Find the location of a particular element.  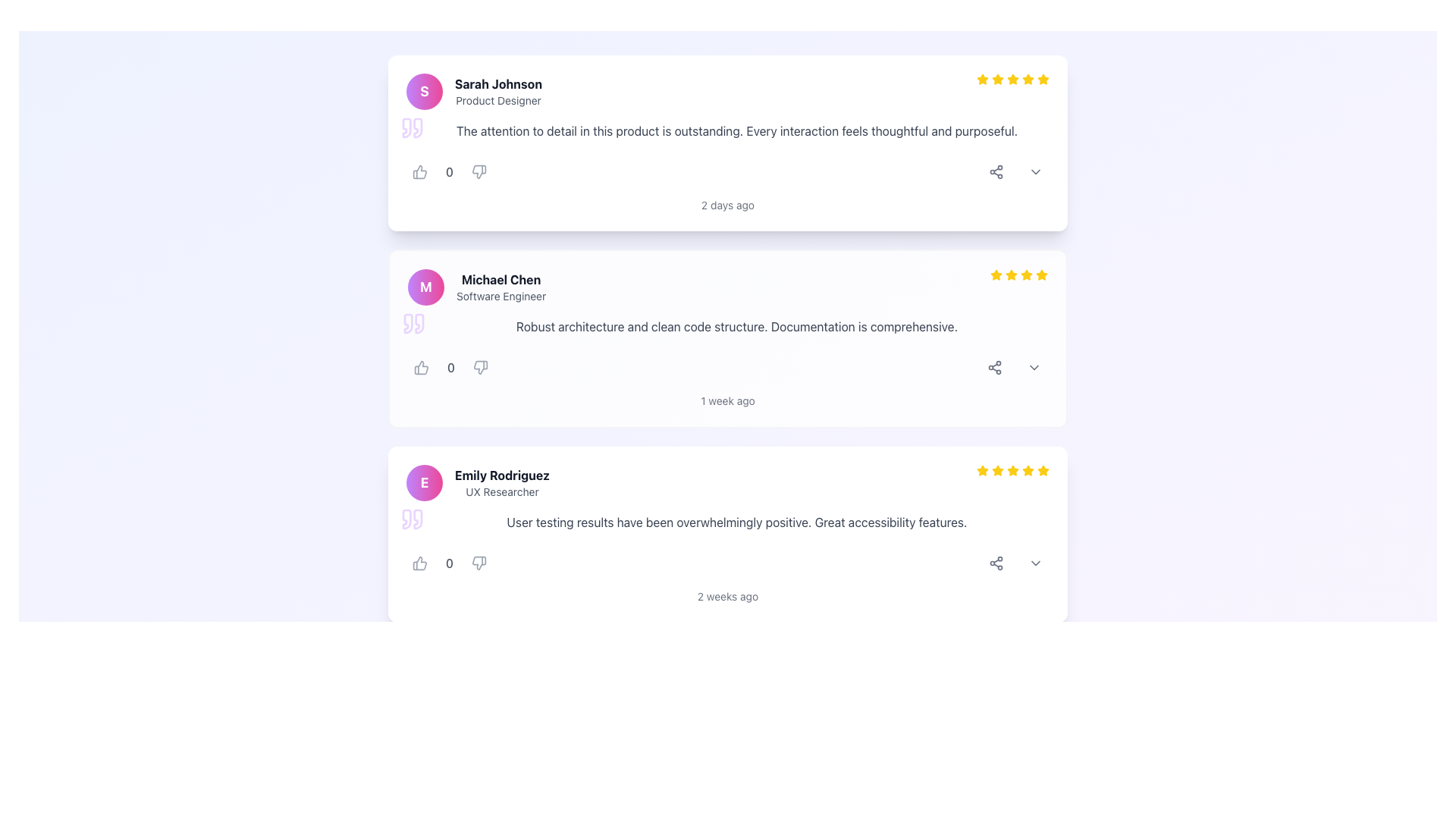

the circular button with a share icon located in the top-right corner of the review card for Sarah Johnson is located at coordinates (996, 171).